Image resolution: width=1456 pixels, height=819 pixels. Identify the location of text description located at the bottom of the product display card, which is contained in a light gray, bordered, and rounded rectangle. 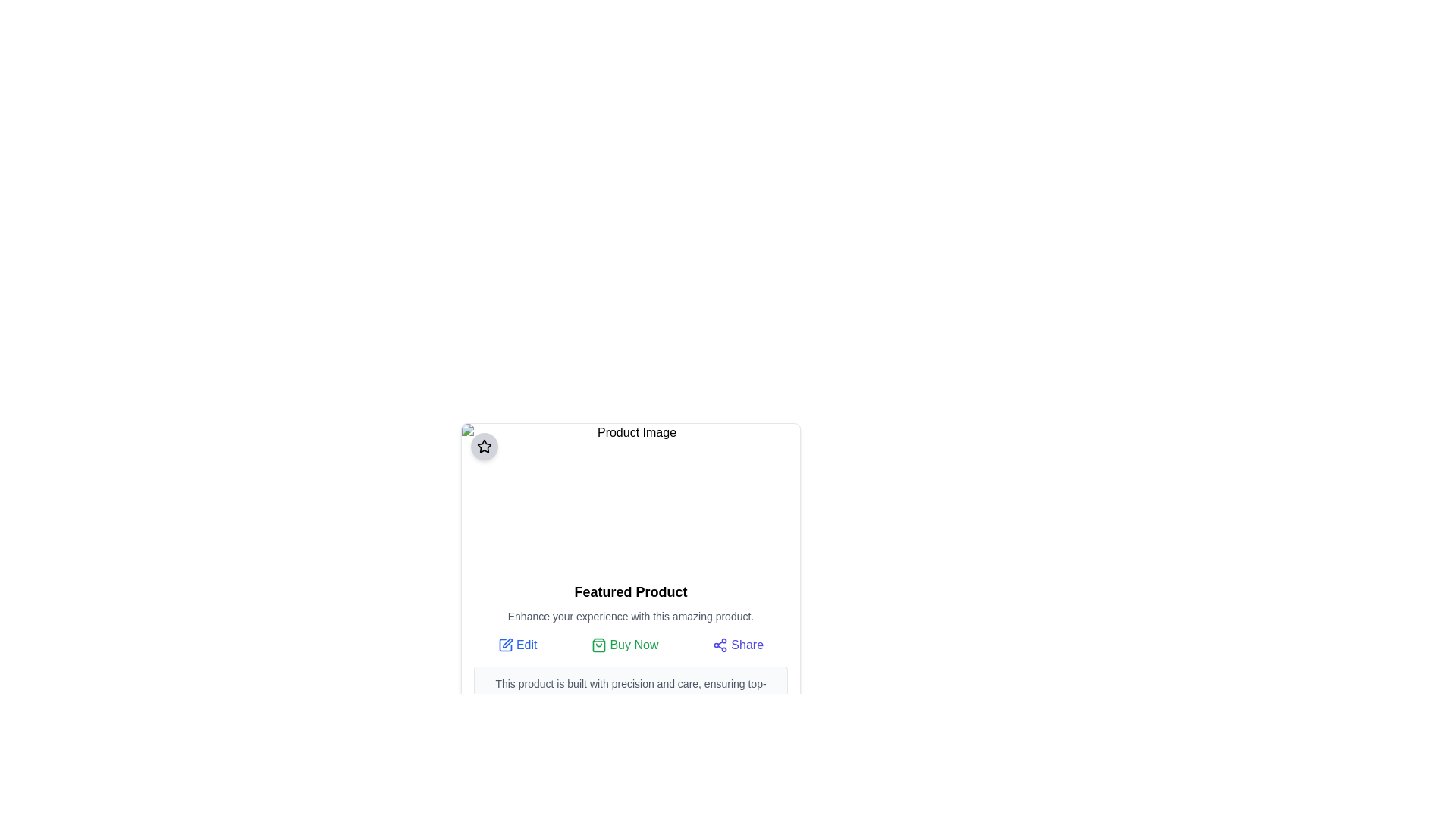
(630, 691).